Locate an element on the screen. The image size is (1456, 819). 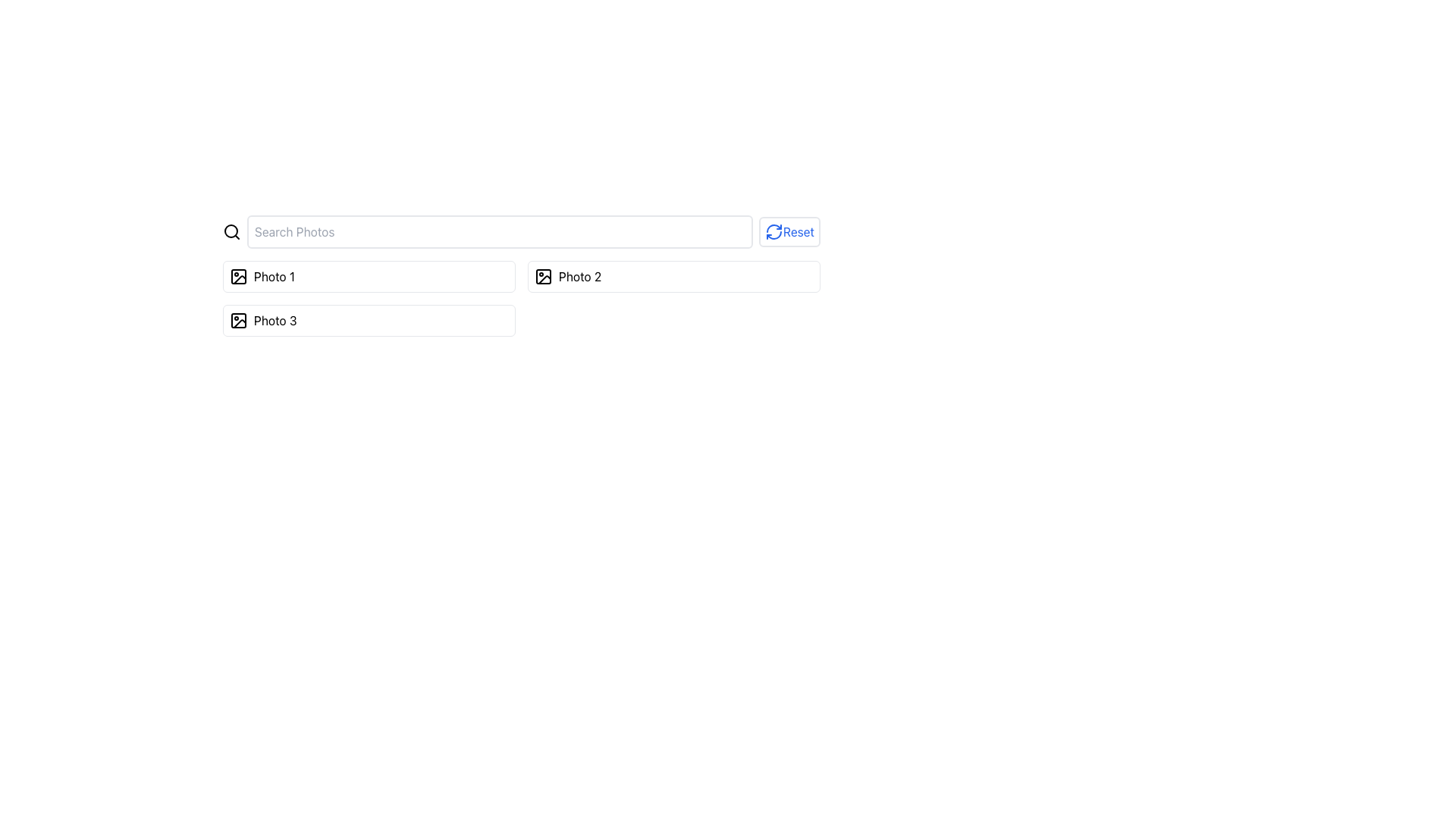
the magnifying glass icon located to the left of the search input field to initiate a search is located at coordinates (231, 231).